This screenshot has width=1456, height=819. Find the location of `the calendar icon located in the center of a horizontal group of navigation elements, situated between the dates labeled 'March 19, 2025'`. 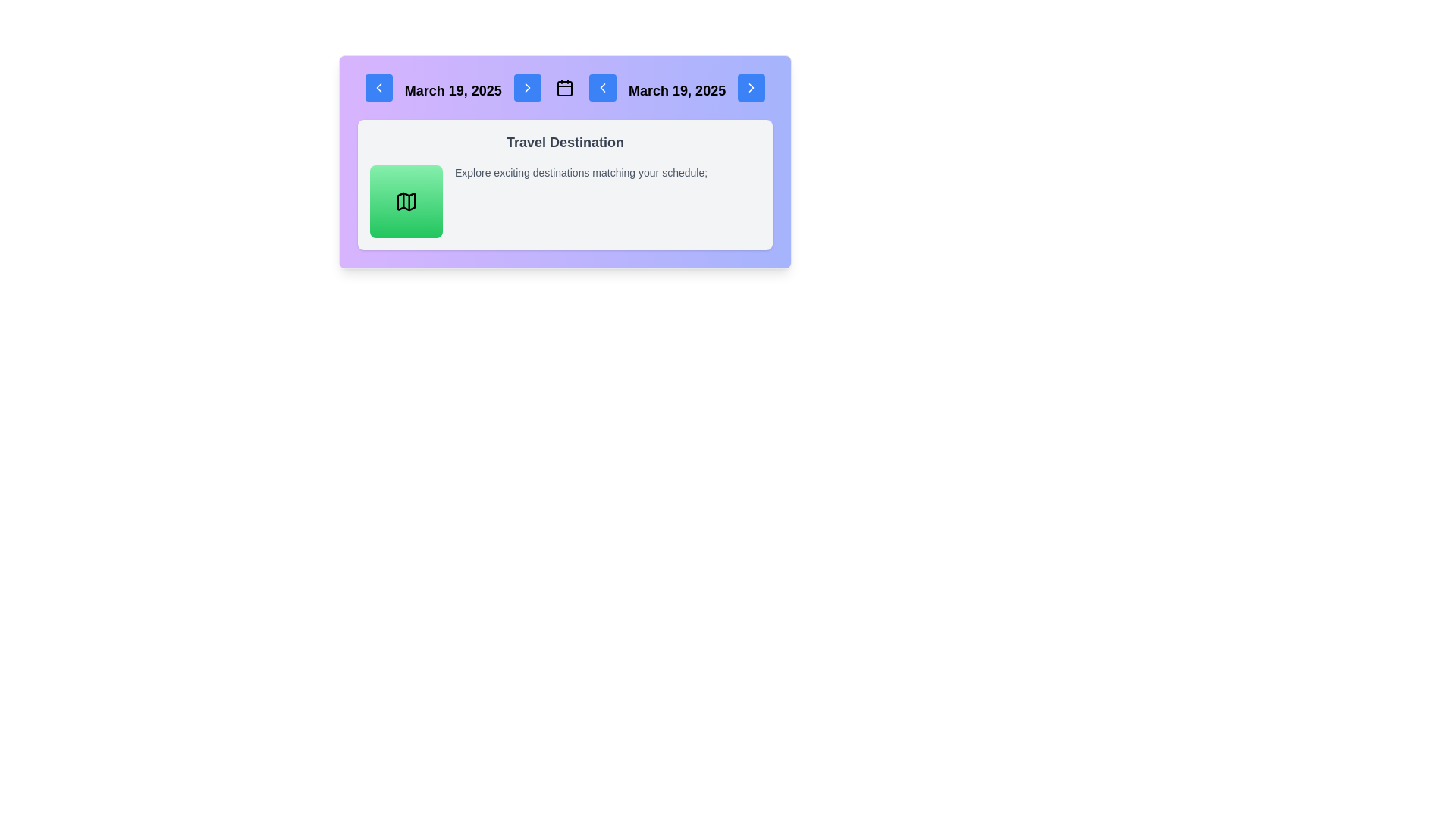

the calendar icon located in the center of a horizontal group of navigation elements, situated between the dates labeled 'March 19, 2025' is located at coordinates (564, 87).